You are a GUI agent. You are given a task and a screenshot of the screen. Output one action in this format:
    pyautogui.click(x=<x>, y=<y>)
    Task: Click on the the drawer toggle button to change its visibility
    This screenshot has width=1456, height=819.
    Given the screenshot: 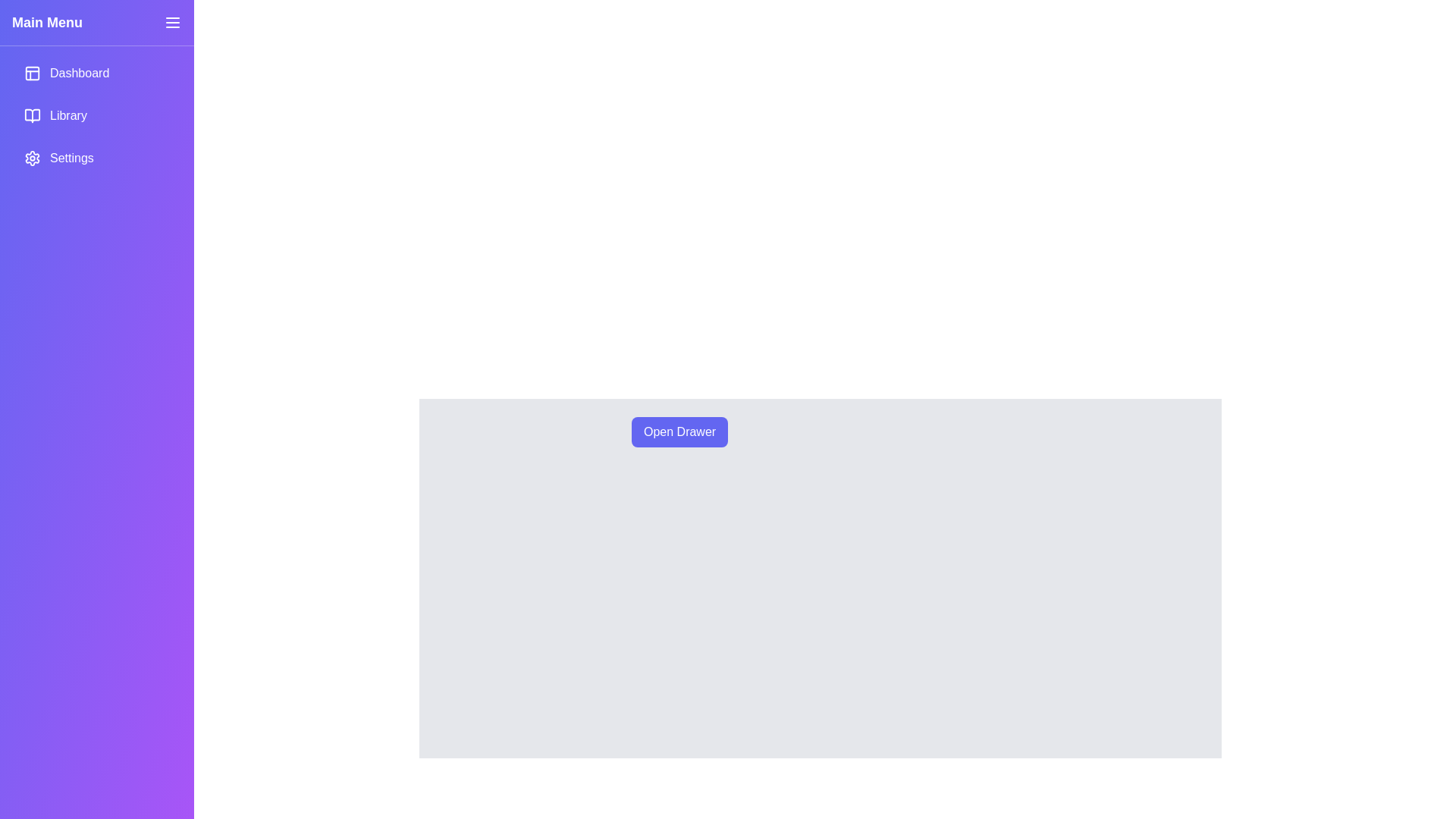 What is the action you would take?
    pyautogui.click(x=172, y=23)
    